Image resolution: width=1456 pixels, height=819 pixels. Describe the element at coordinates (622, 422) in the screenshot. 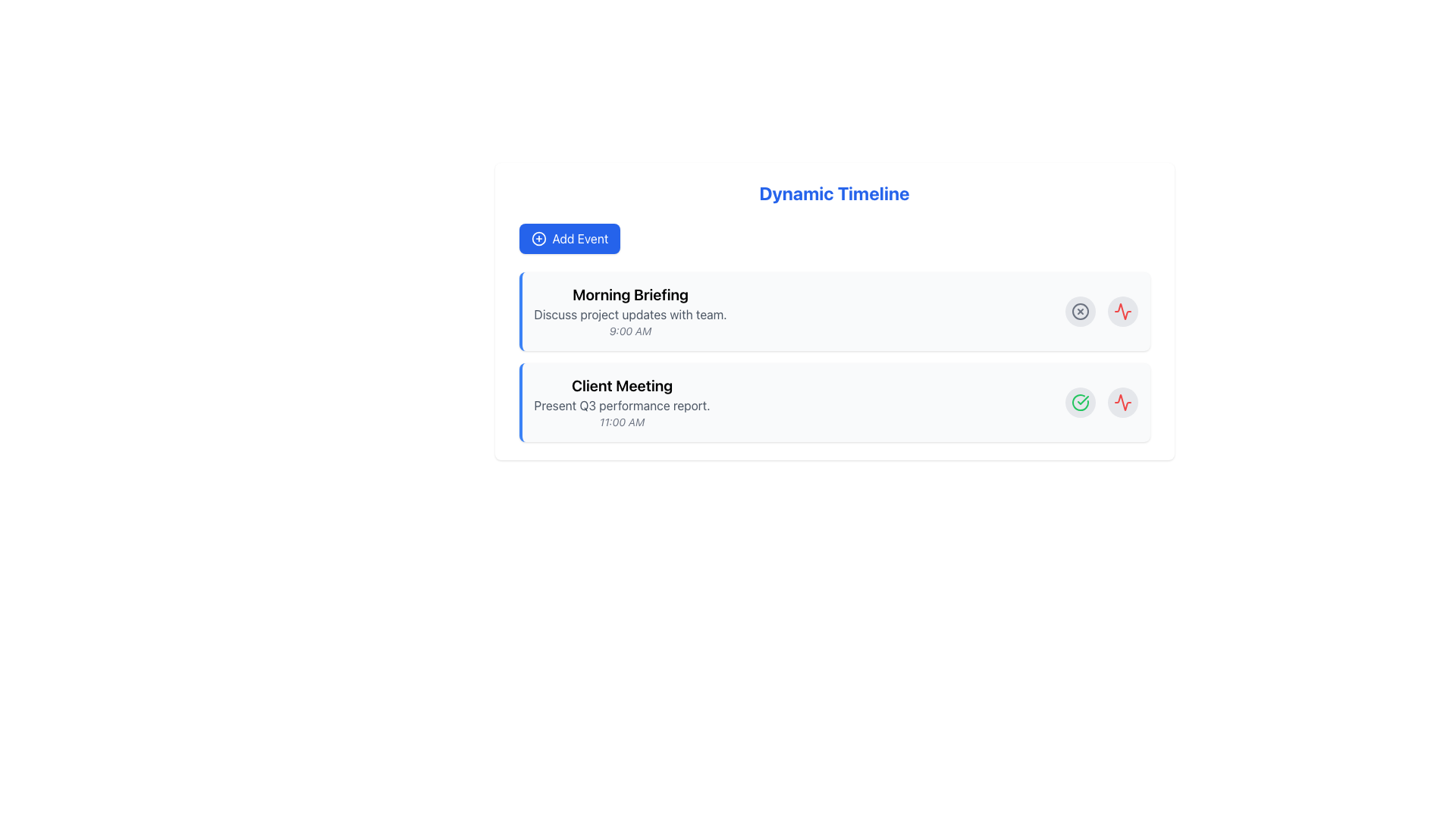

I see `time displayed in the small italicized text label showing '11:00 AM', which is positioned below the meeting agenda description` at that location.